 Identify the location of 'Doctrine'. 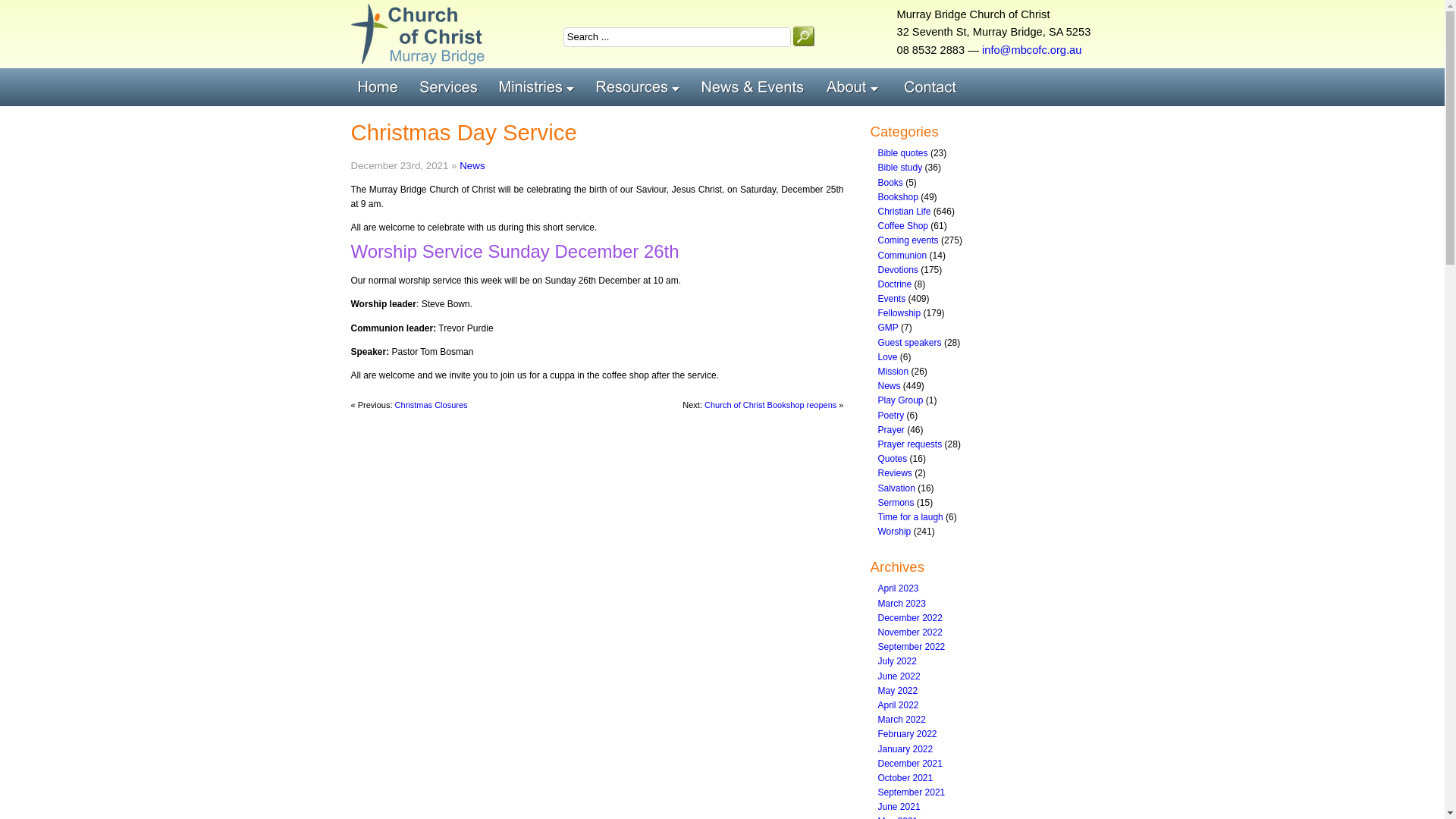
(895, 284).